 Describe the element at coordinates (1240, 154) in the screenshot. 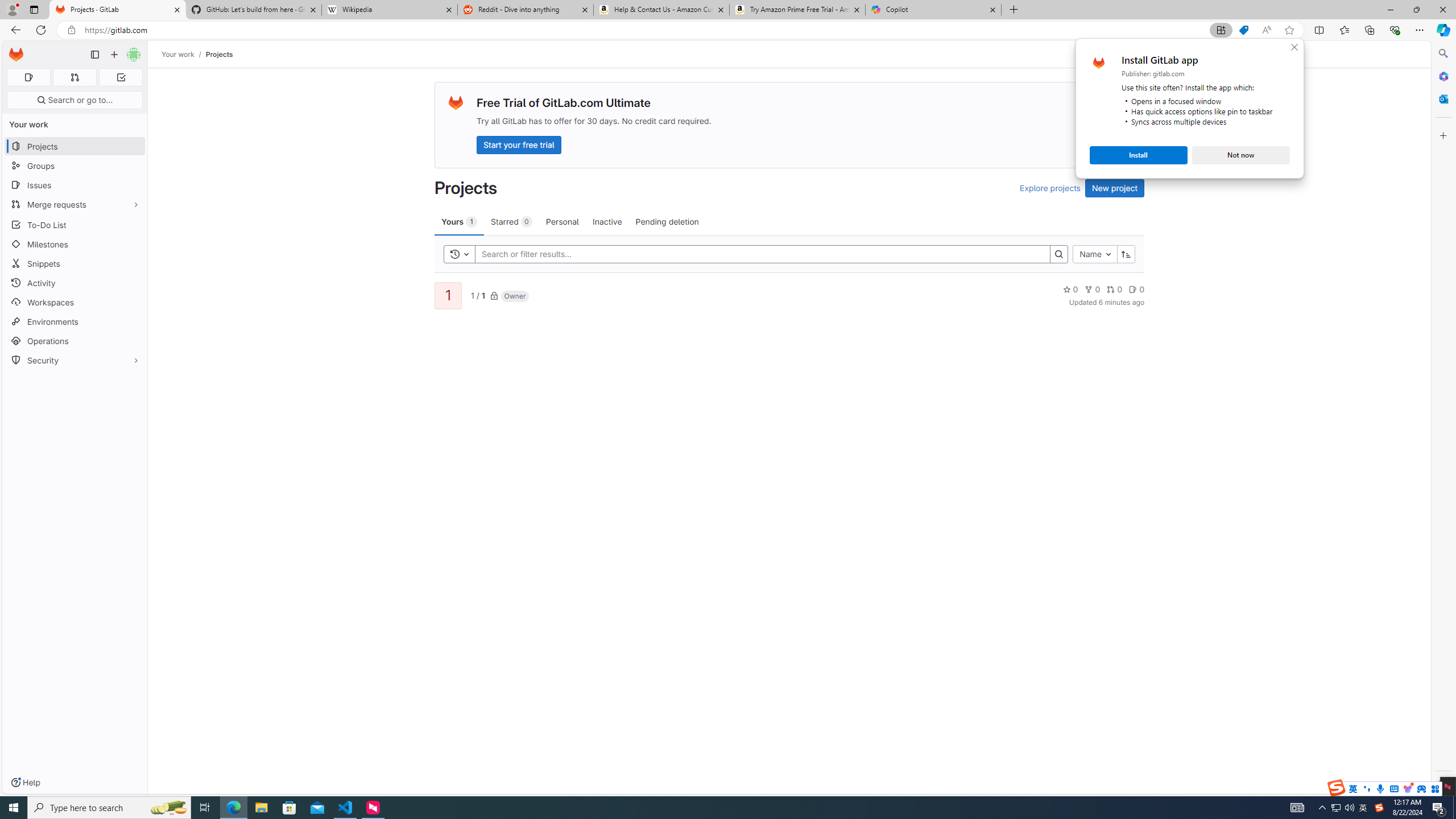

I see `'Not now'` at that location.